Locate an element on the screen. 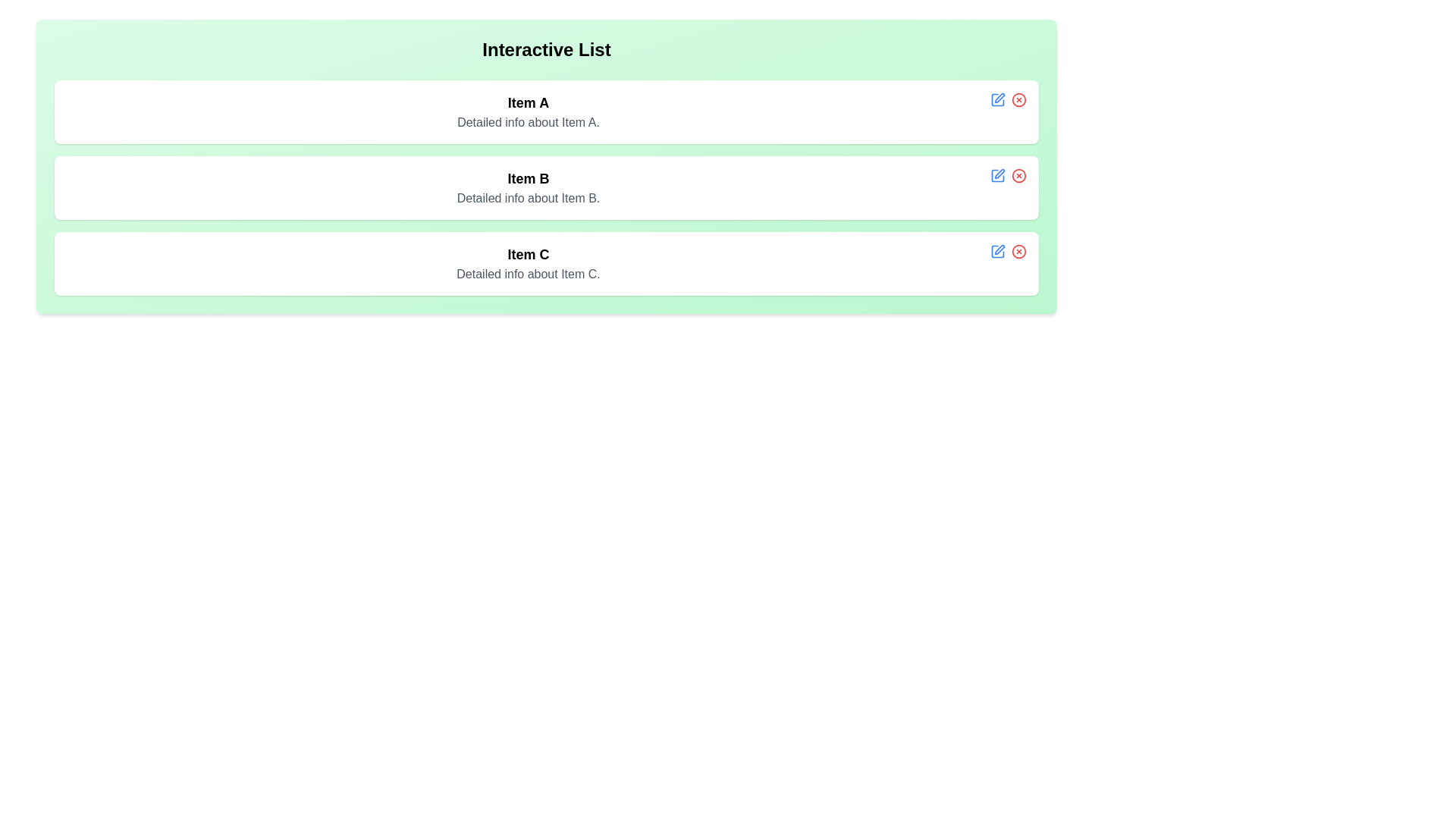  the text content element displaying 'Item C' is located at coordinates (528, 262).